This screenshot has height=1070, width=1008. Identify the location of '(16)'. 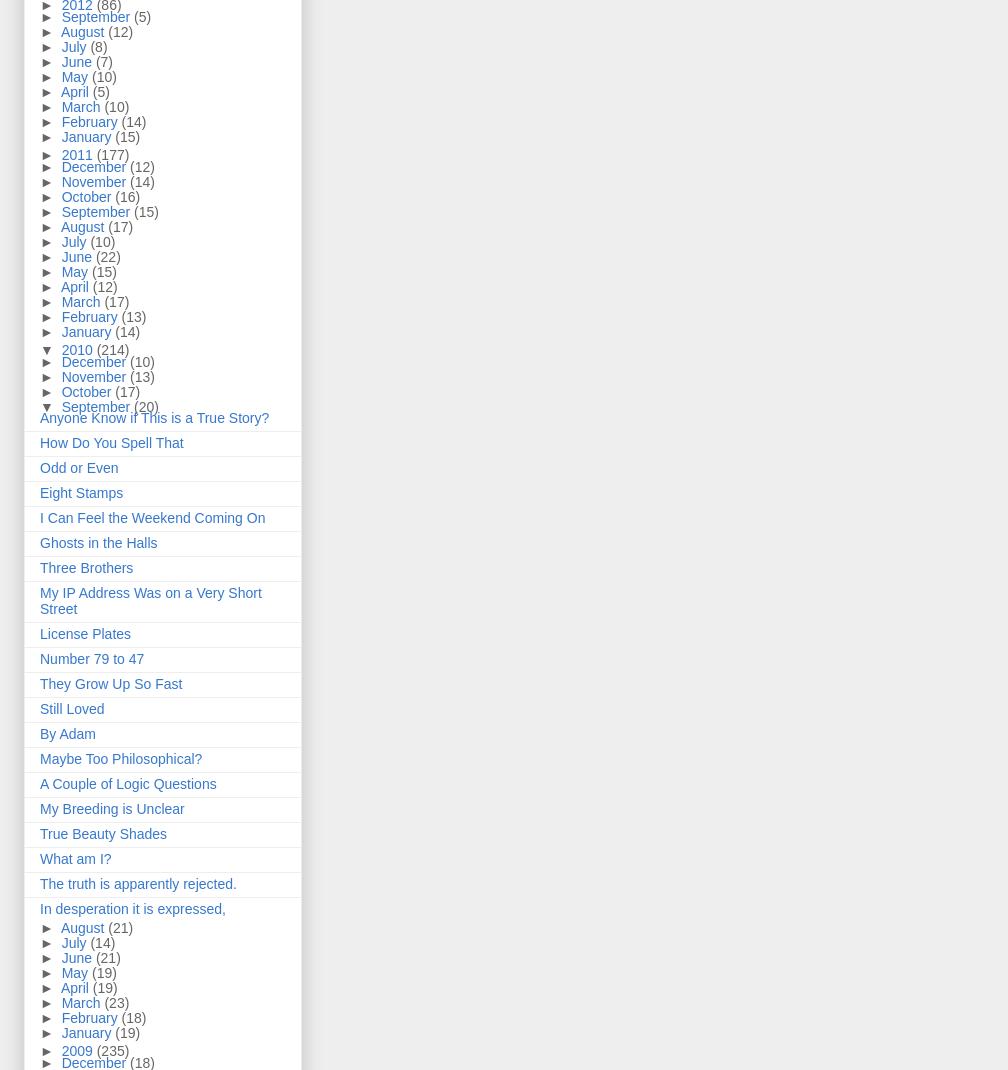
(127, 195).